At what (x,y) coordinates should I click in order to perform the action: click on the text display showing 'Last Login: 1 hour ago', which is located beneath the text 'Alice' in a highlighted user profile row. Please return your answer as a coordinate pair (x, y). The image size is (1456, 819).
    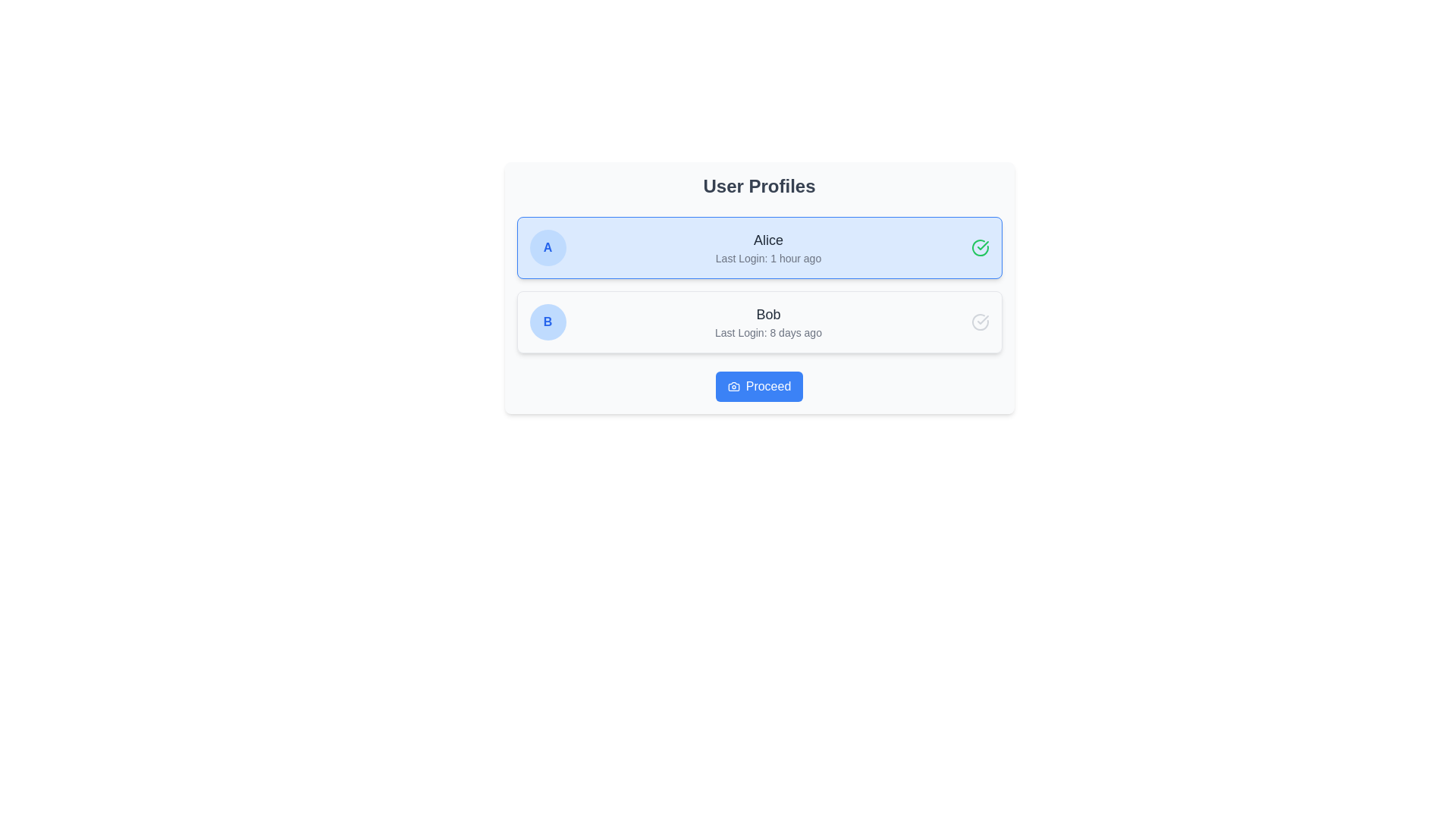
    Looking at the image, I should click on (768, 257).